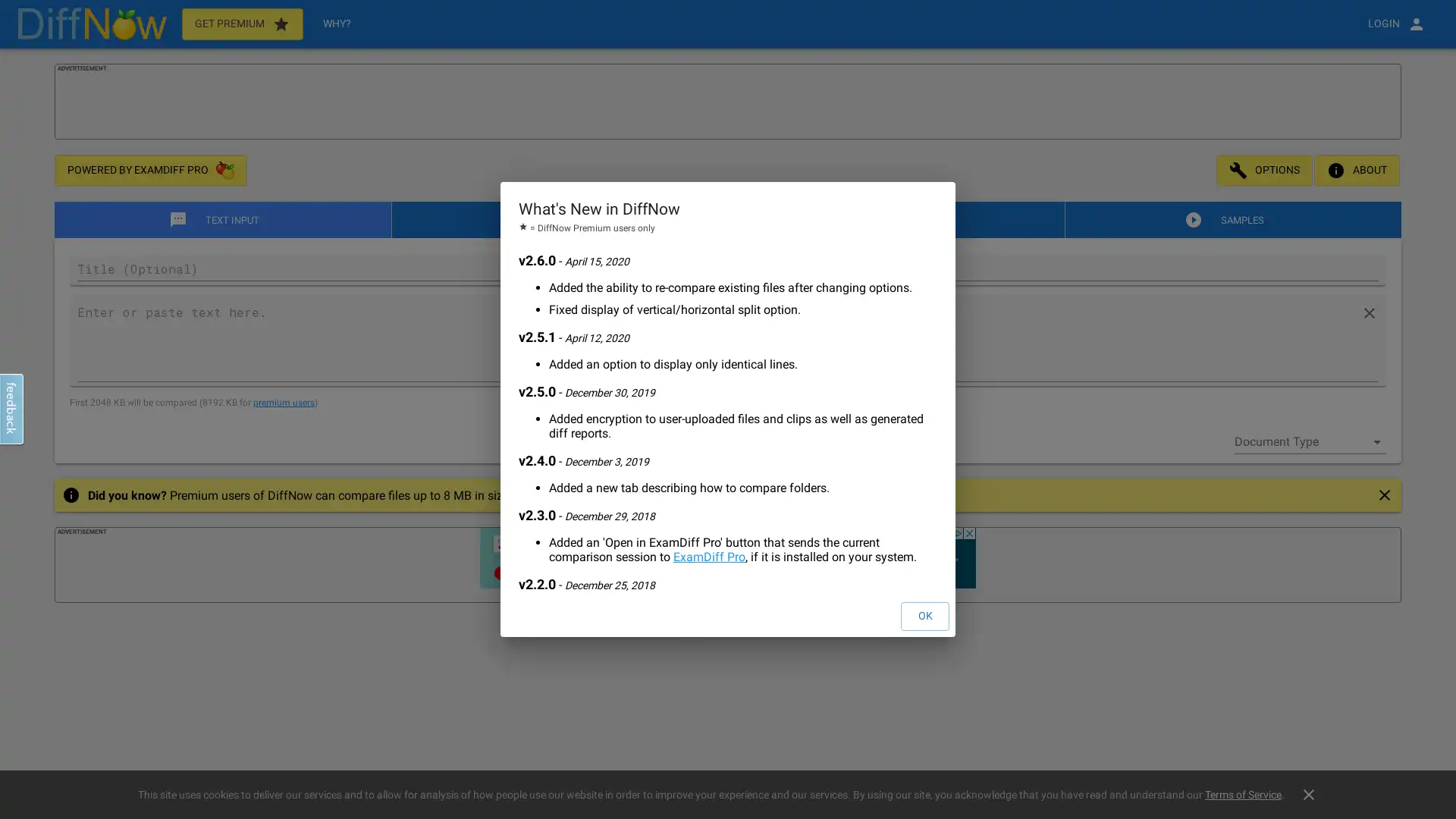 The width and height of the screenshot is (1456, 819). Describe the element at coordinates (1264, 170) in the screenshot. I see `OPTIONS` at that location.